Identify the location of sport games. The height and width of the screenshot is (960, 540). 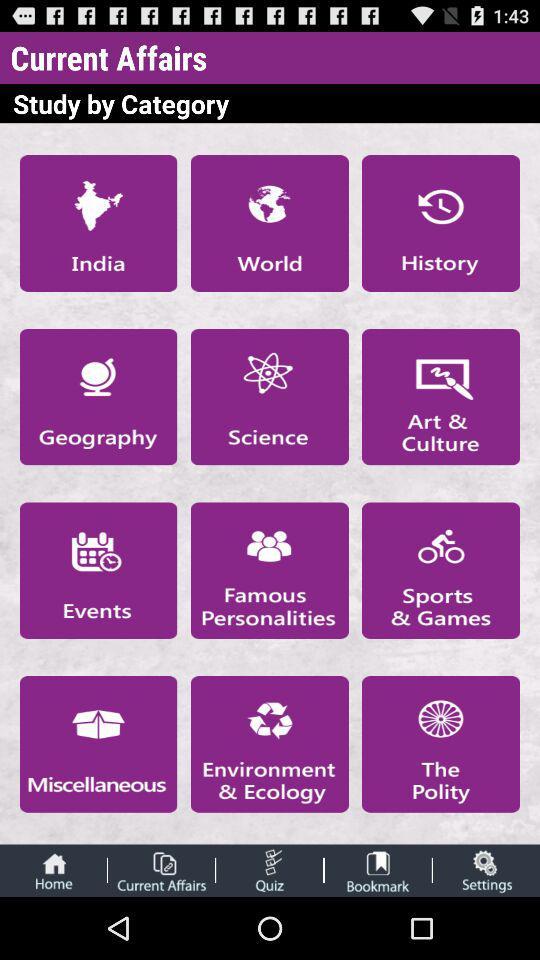
(441, 570).